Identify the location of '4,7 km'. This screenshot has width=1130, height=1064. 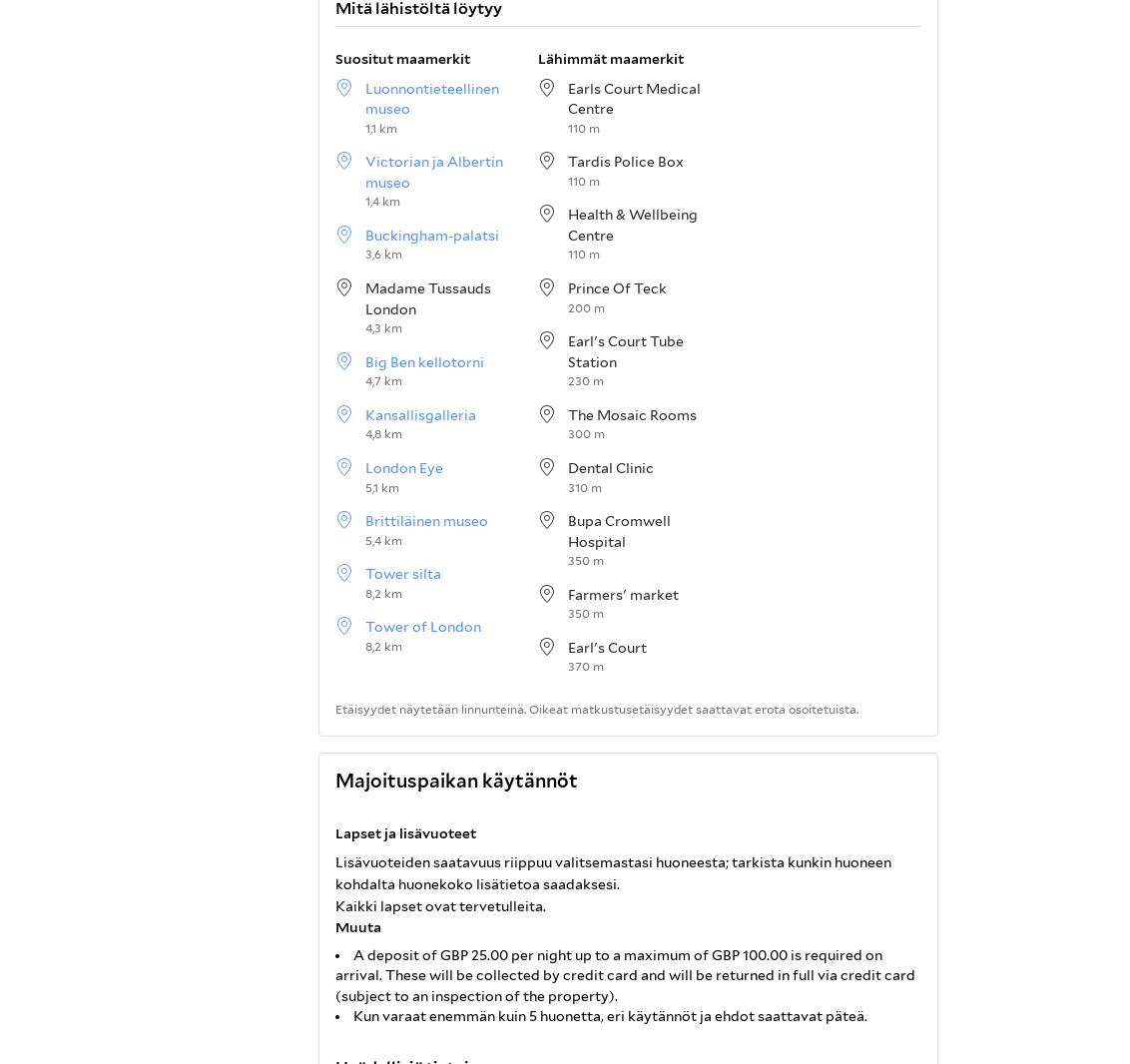
(363, 380).